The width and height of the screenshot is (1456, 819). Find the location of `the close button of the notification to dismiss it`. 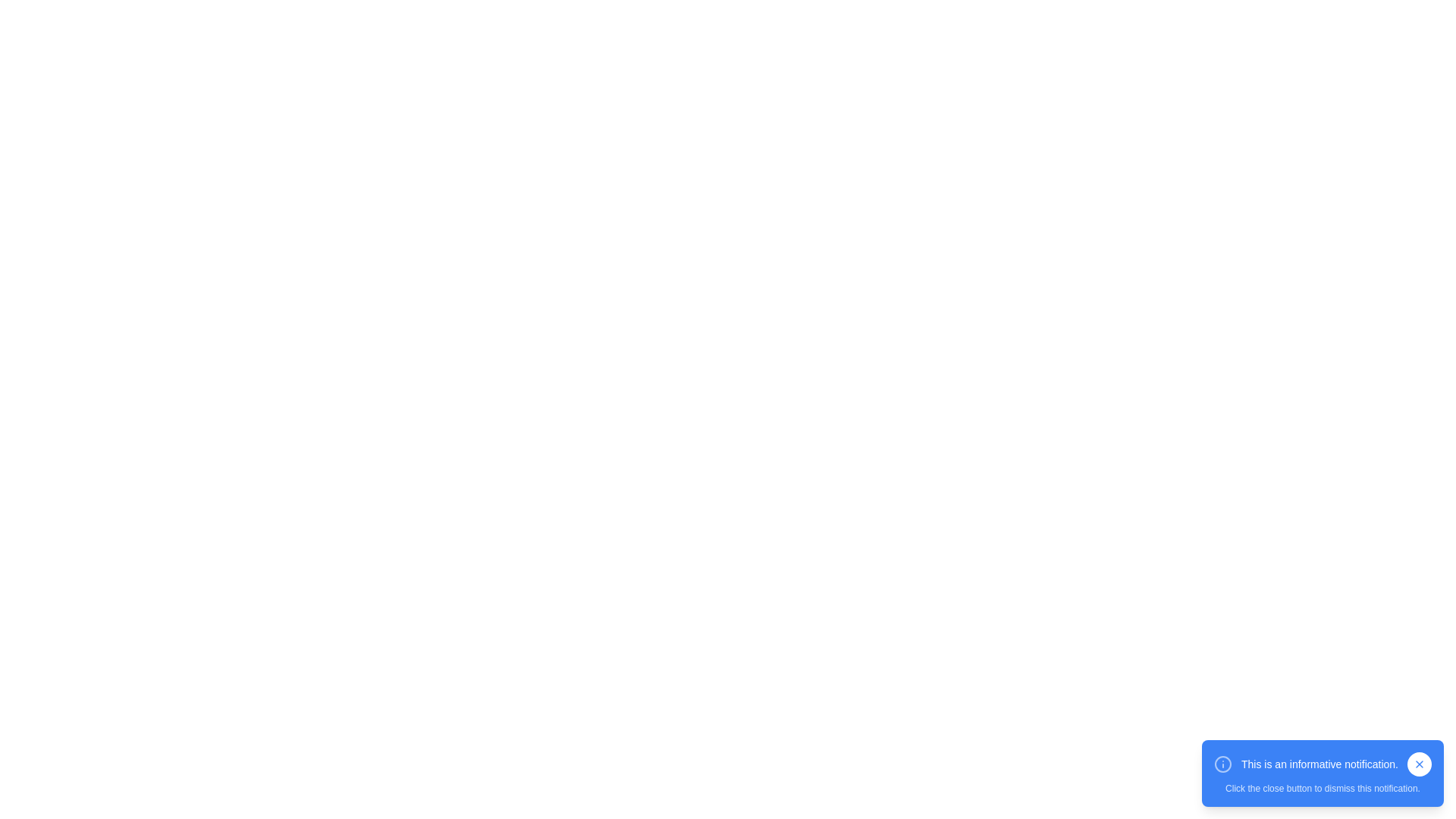

the close button of the notification to dismiss it is located at coordinates (1419, 764).